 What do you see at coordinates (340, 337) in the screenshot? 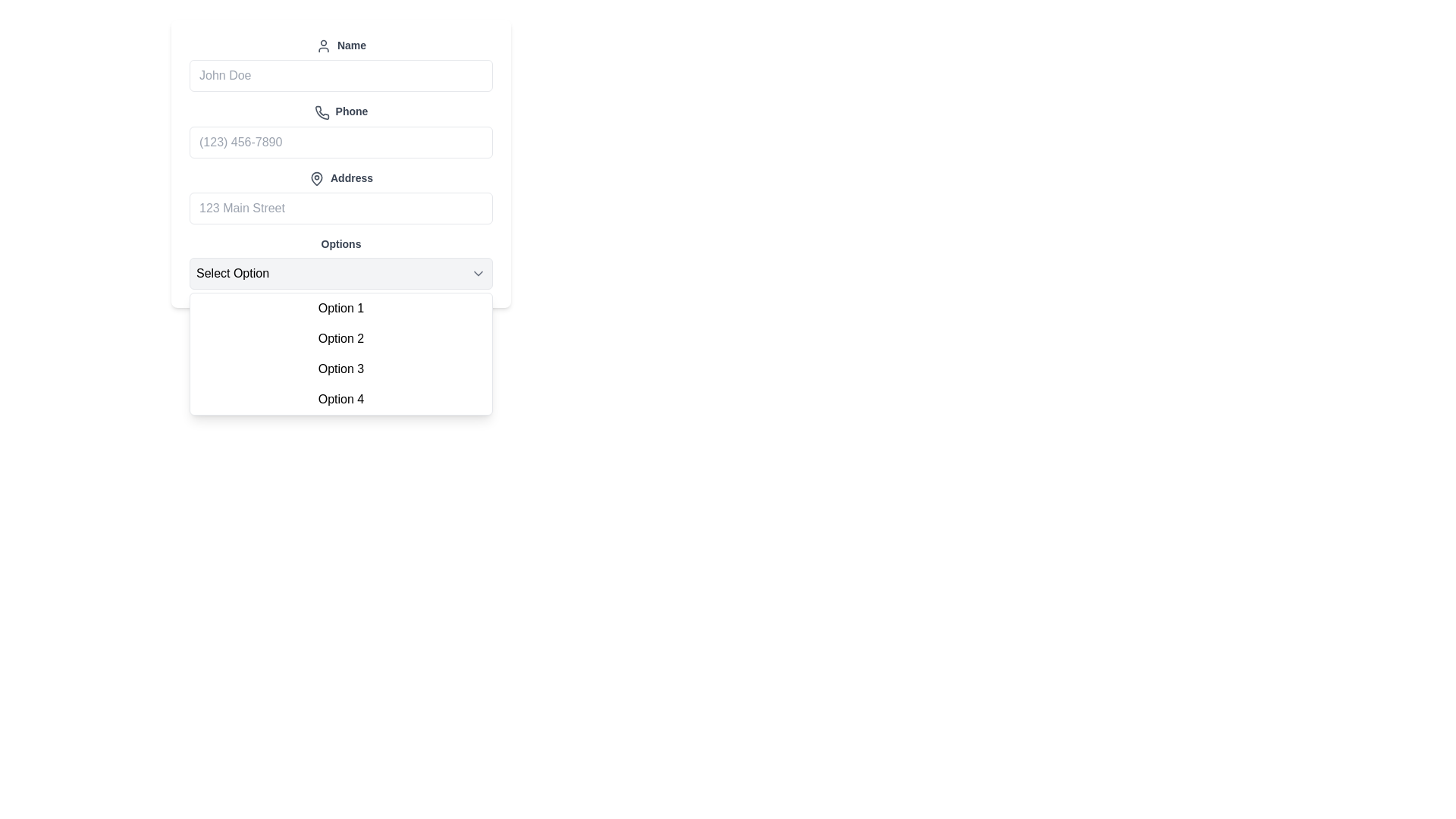
I see `the text item displaying 'Option 2' within the dropdown list, which is styled with hover effects and appears as the second option in the list` at bounding box center [340, 337].